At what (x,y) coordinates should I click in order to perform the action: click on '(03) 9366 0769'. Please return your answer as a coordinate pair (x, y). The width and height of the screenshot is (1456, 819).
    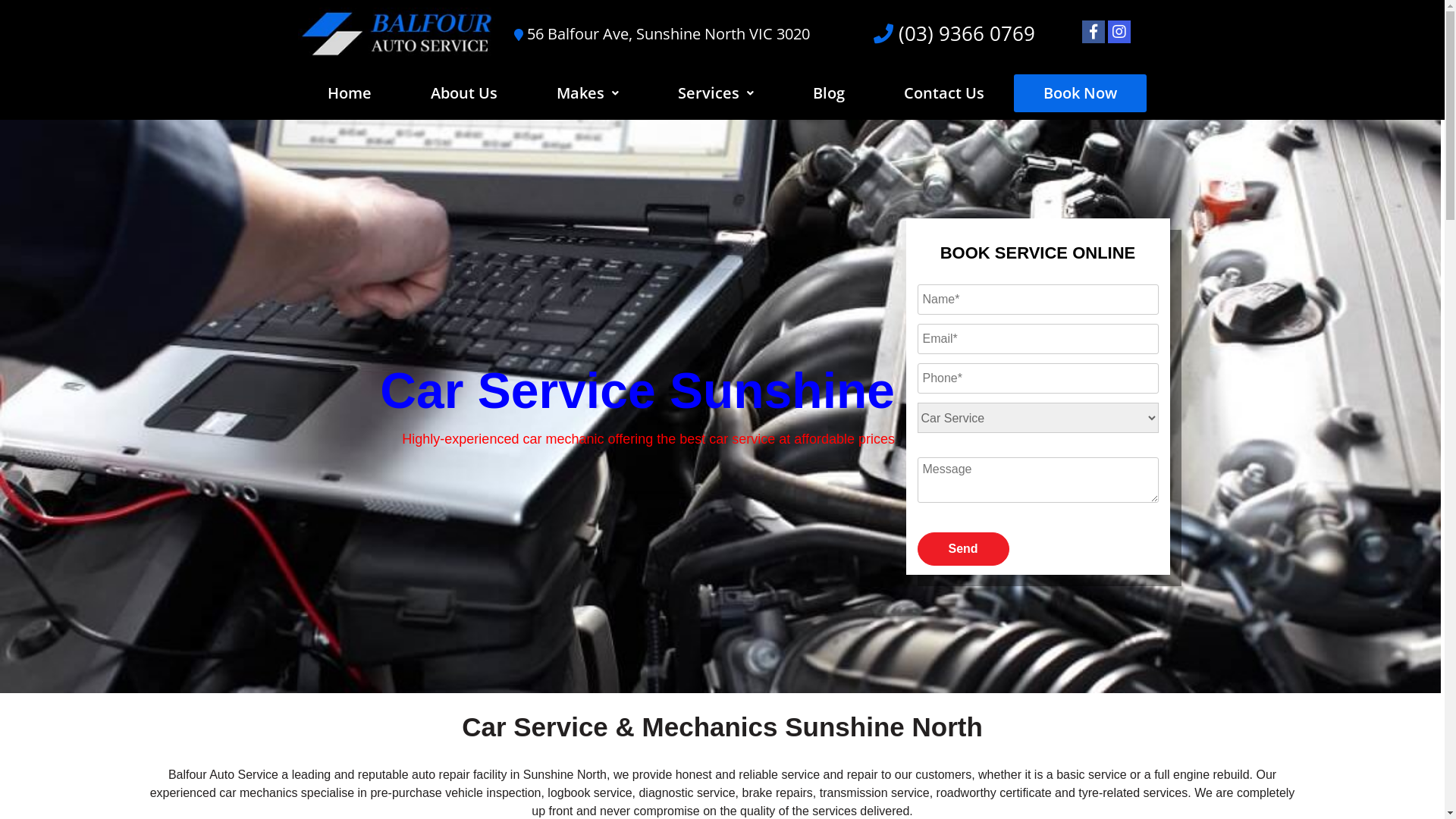
    Looking at the image, I should click on (963, 33).